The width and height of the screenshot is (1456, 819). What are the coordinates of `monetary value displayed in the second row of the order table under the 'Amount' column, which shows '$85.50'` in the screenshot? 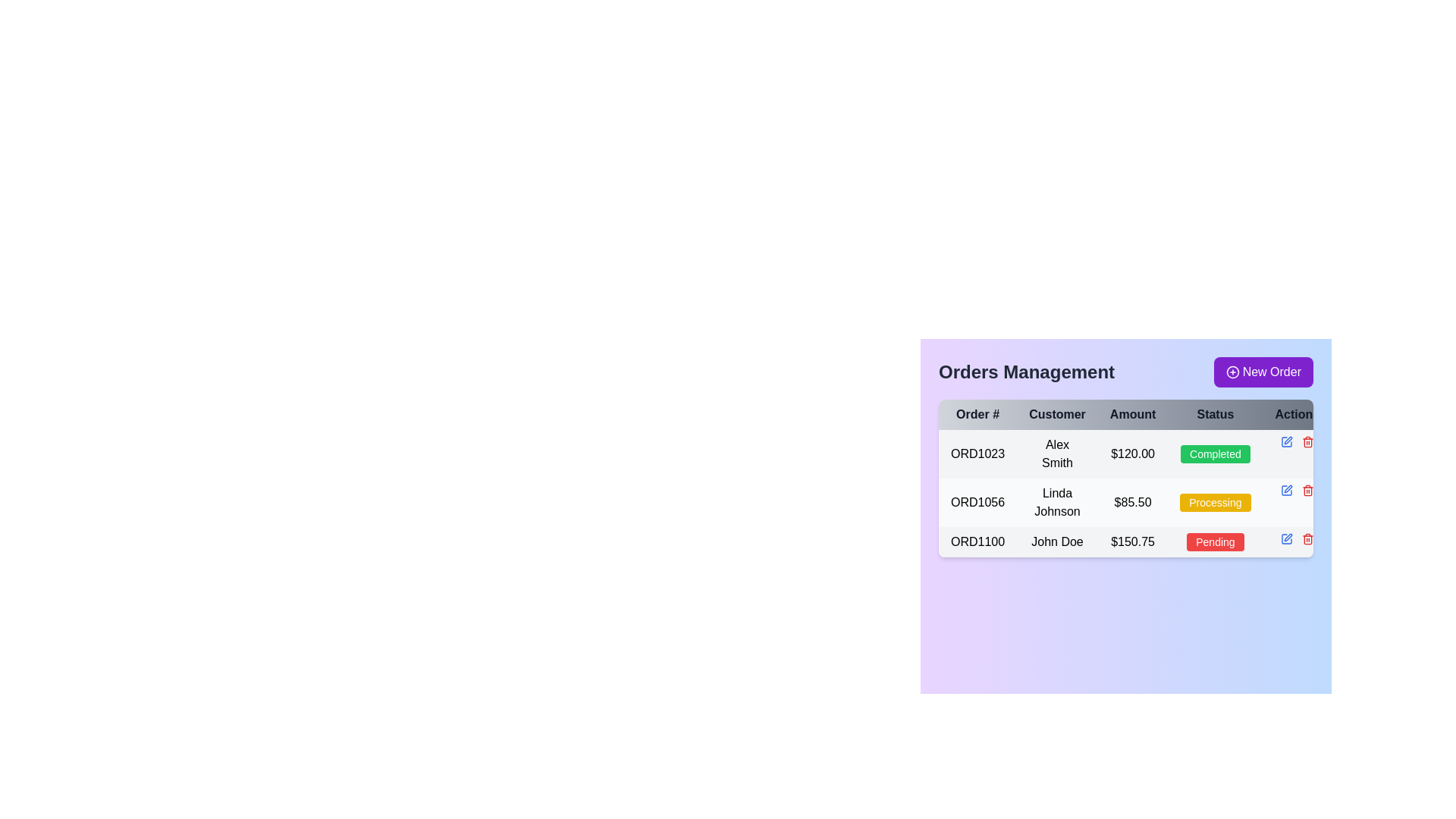 It's located at (1135, 494).